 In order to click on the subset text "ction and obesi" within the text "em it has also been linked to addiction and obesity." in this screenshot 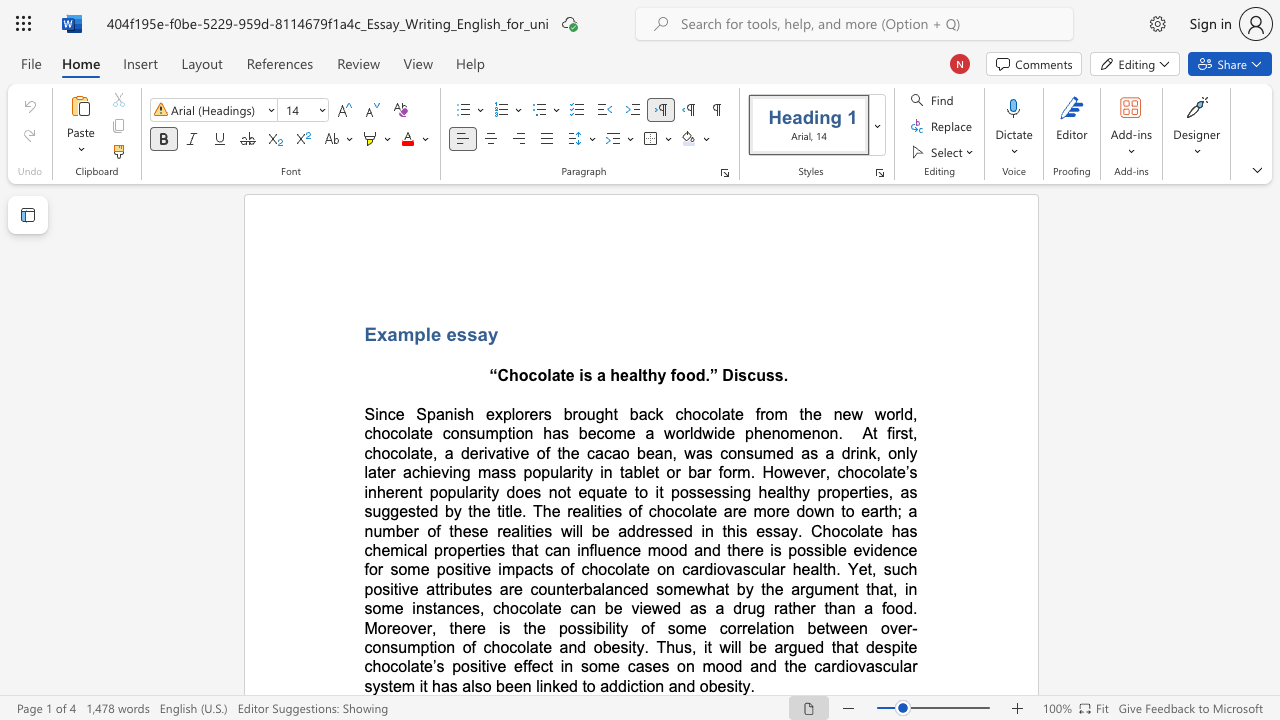, I will do `click(629, 685)`.